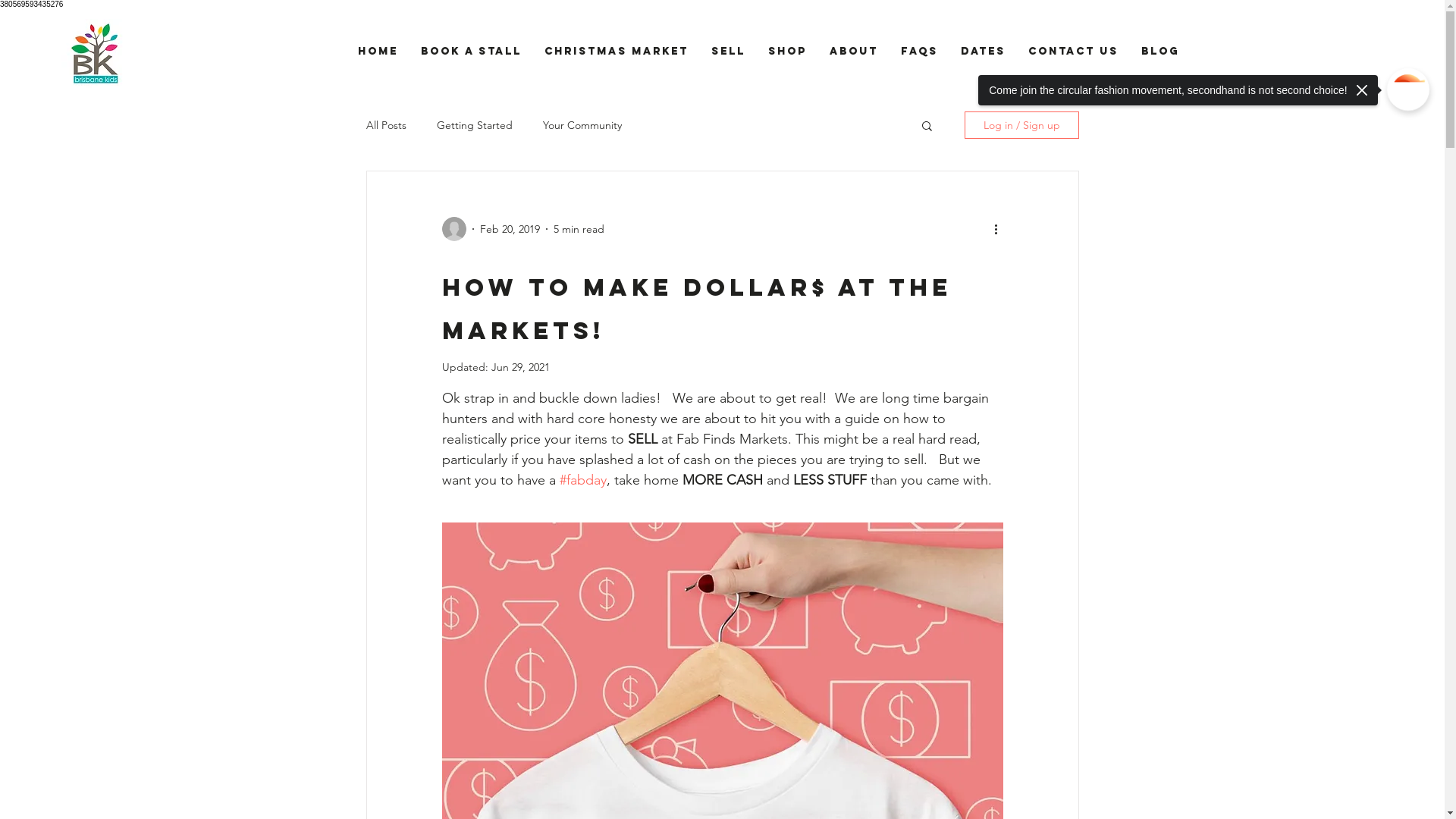  I want to click on 'Your Community', so click(582, 124).